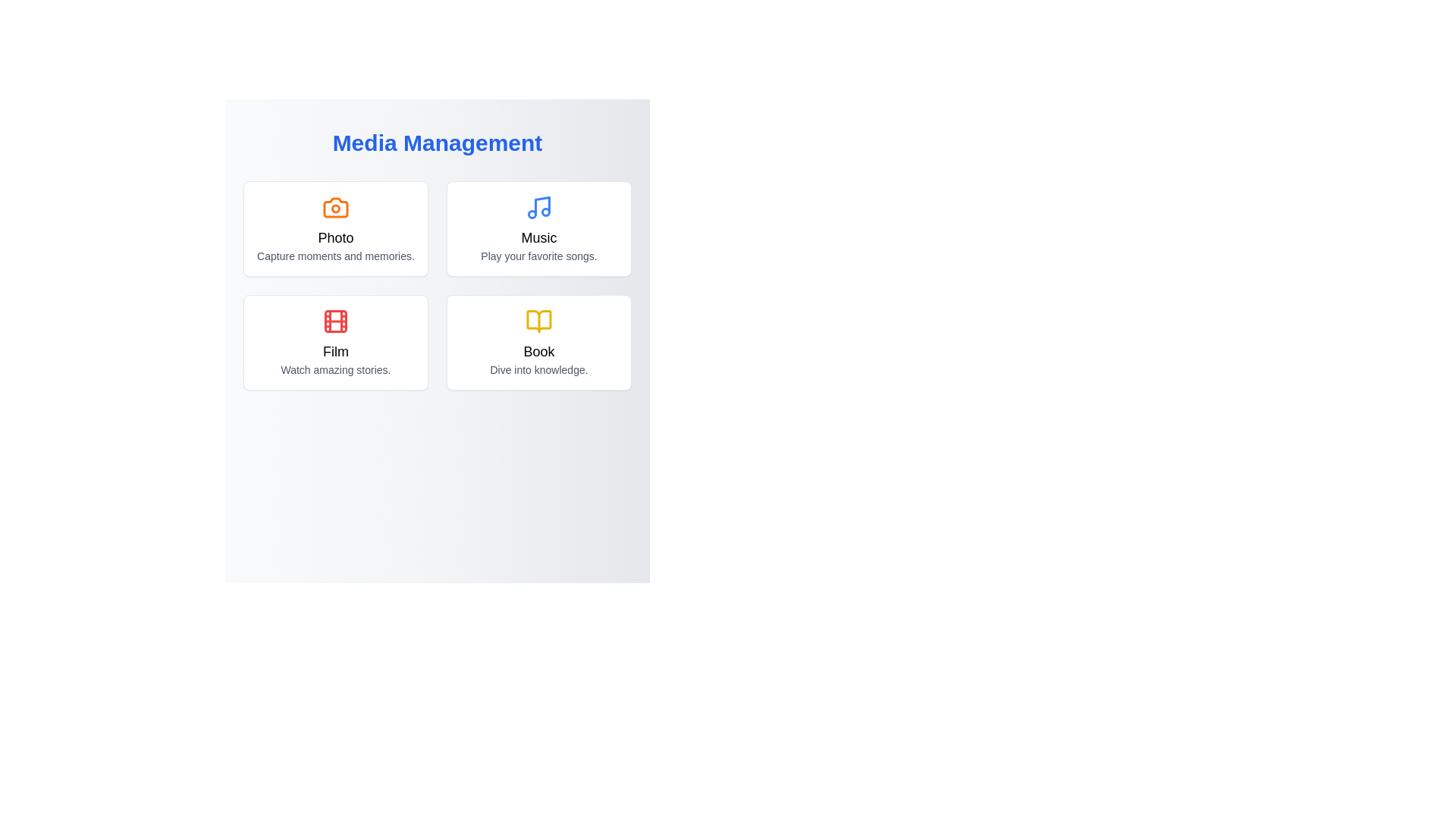  I want to click on the informational card with a blue musical note icon and the title 'Music' in bold black text, which is located in the top row, second column of the grid below the 'Media Management' header, so click(538, 228).